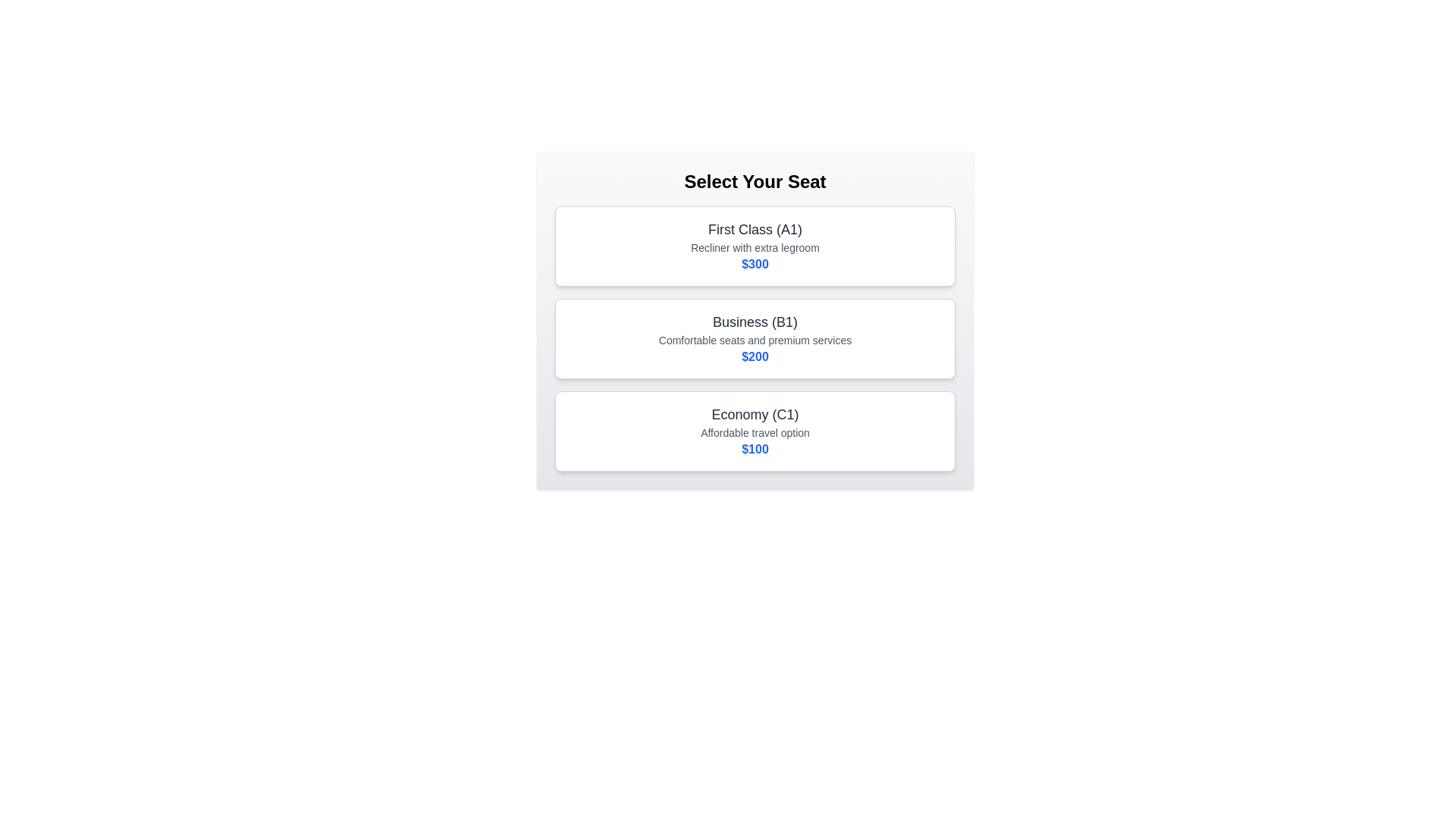 This screenshot has height=819, width=1456. I want to click on the '$100' text label in bold, blue font, so click(755, 449).